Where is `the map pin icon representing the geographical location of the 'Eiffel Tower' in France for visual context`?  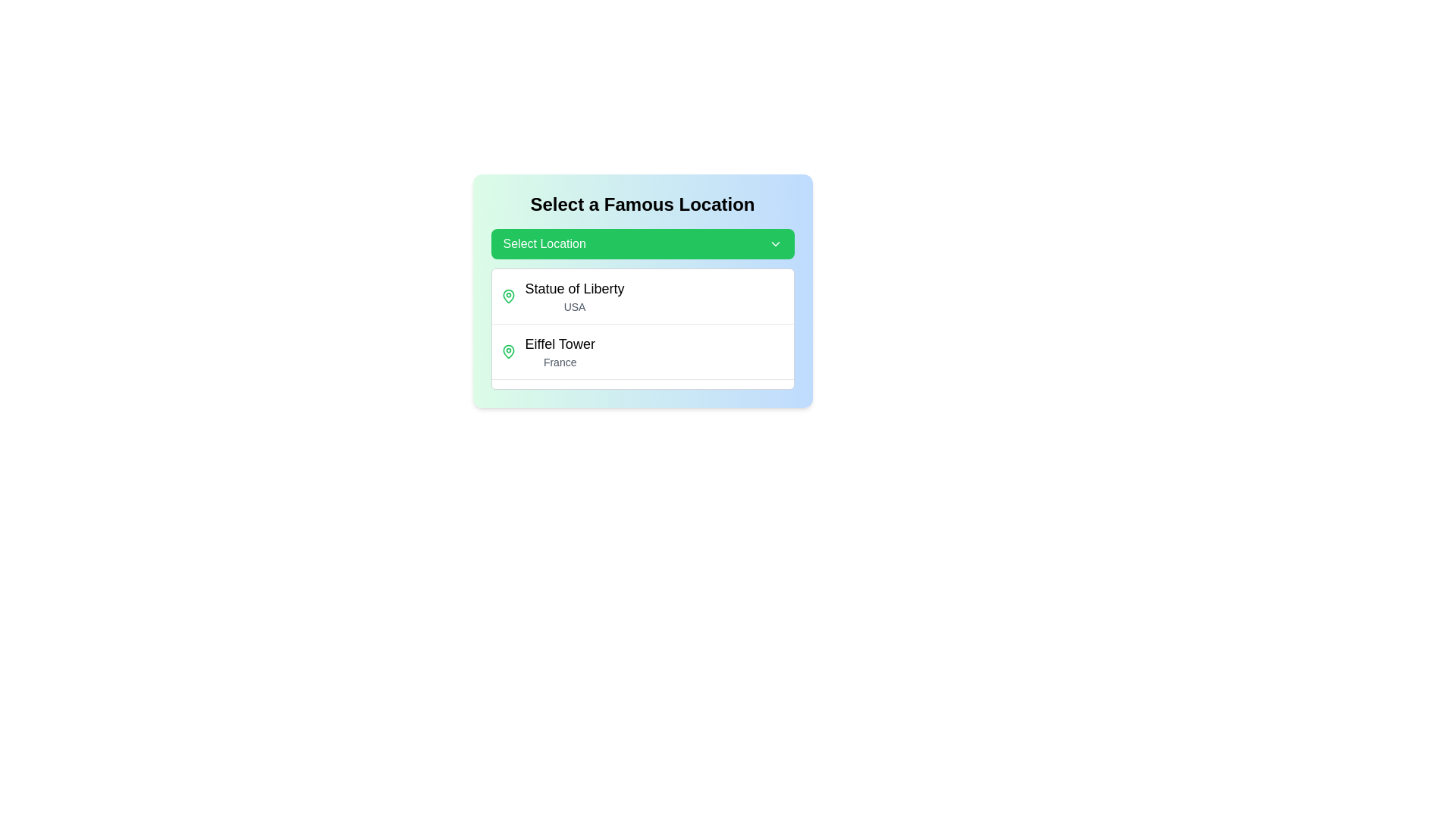
the map pin icon representing the geographical location of the 'Eiffel Tower' in France for visual context is located at coordinates (508, 296).